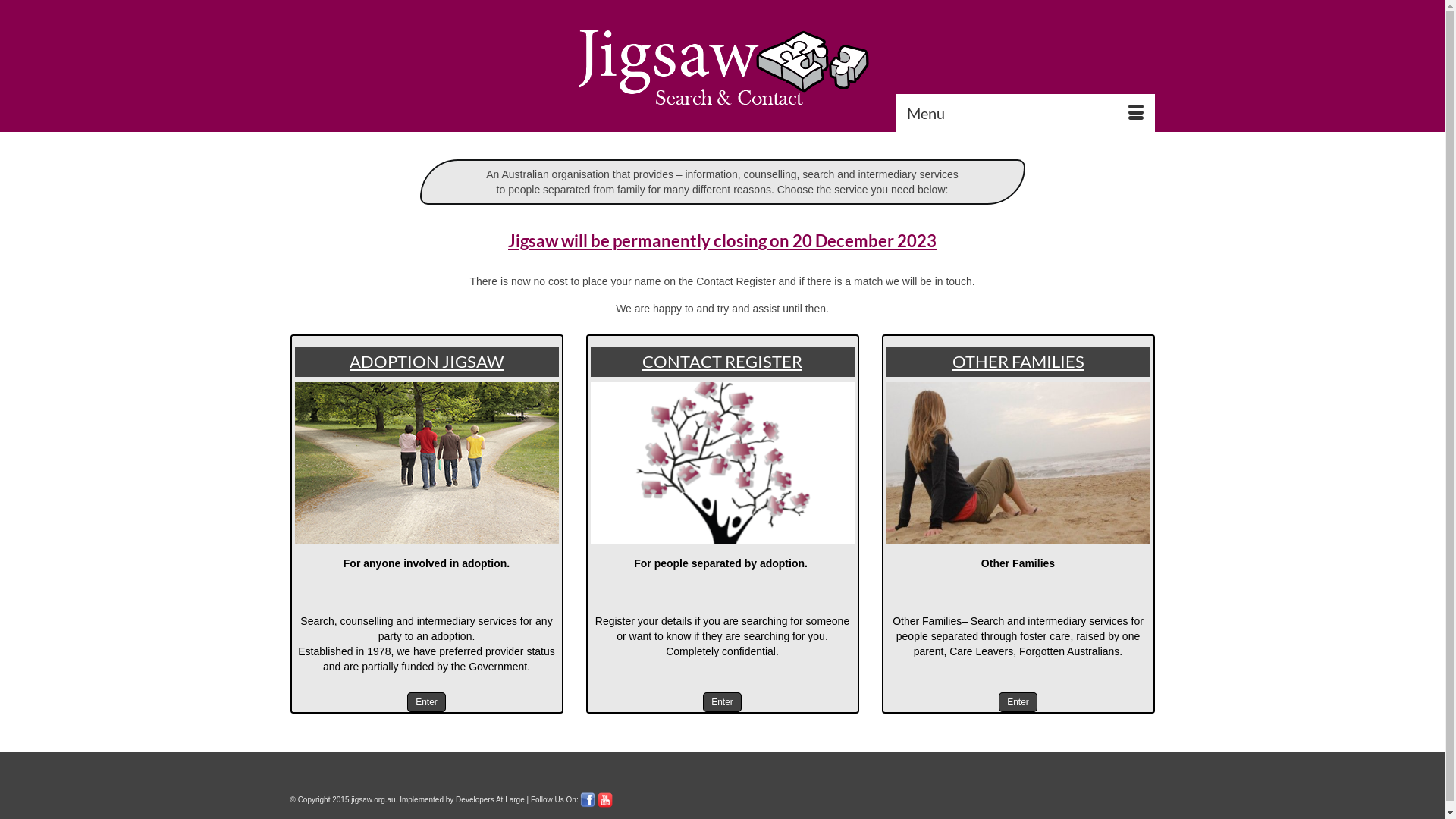 Image resolution: width=1456 pixels, height=819 pixels. Describe the element at coordinates (722, 65) in the screenshot. I see `'Jigsaw'` at that location.